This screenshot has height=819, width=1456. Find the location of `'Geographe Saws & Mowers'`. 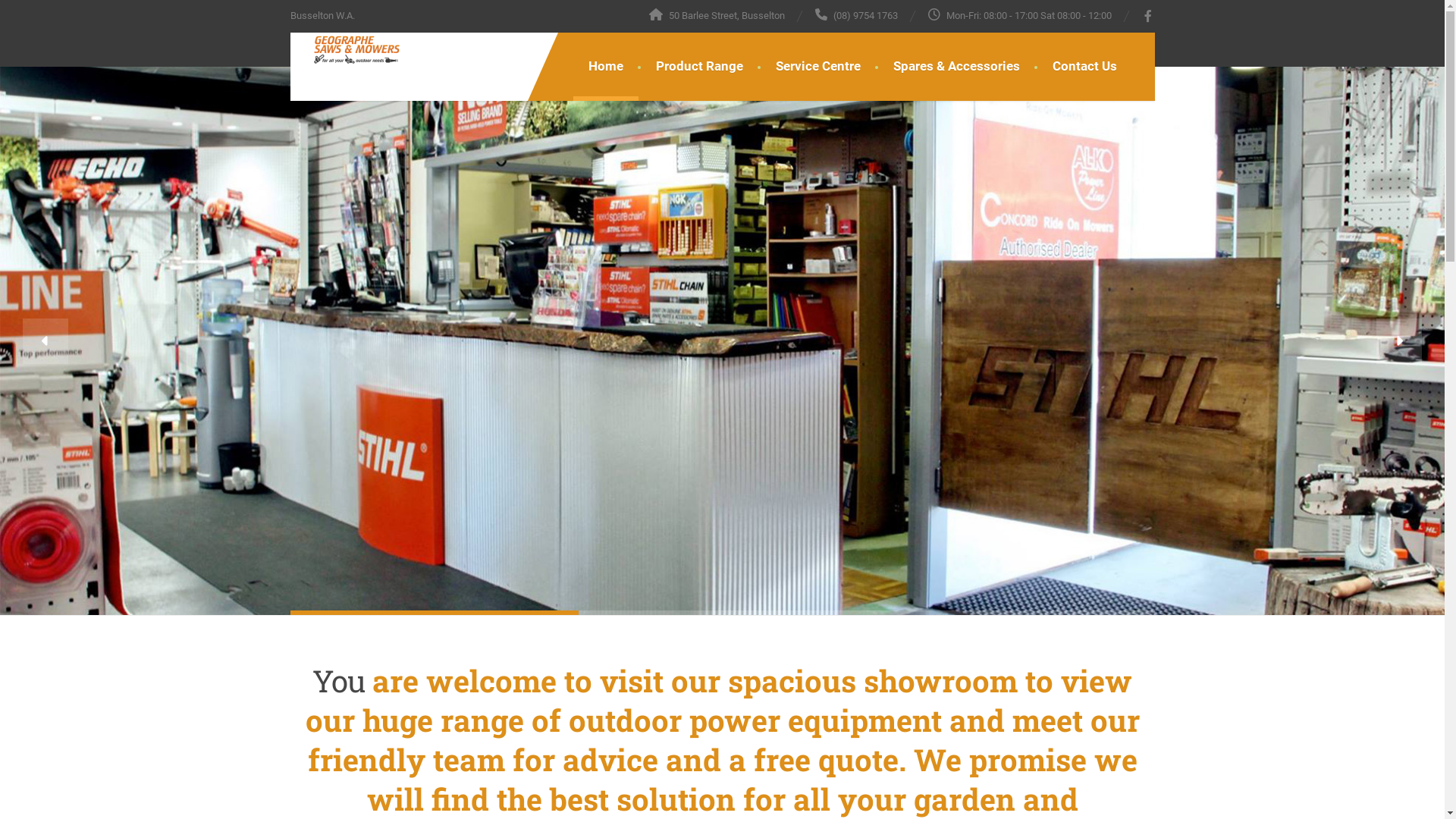

'Geographe Saws & Mowers' is located at coordinates (344, 49).